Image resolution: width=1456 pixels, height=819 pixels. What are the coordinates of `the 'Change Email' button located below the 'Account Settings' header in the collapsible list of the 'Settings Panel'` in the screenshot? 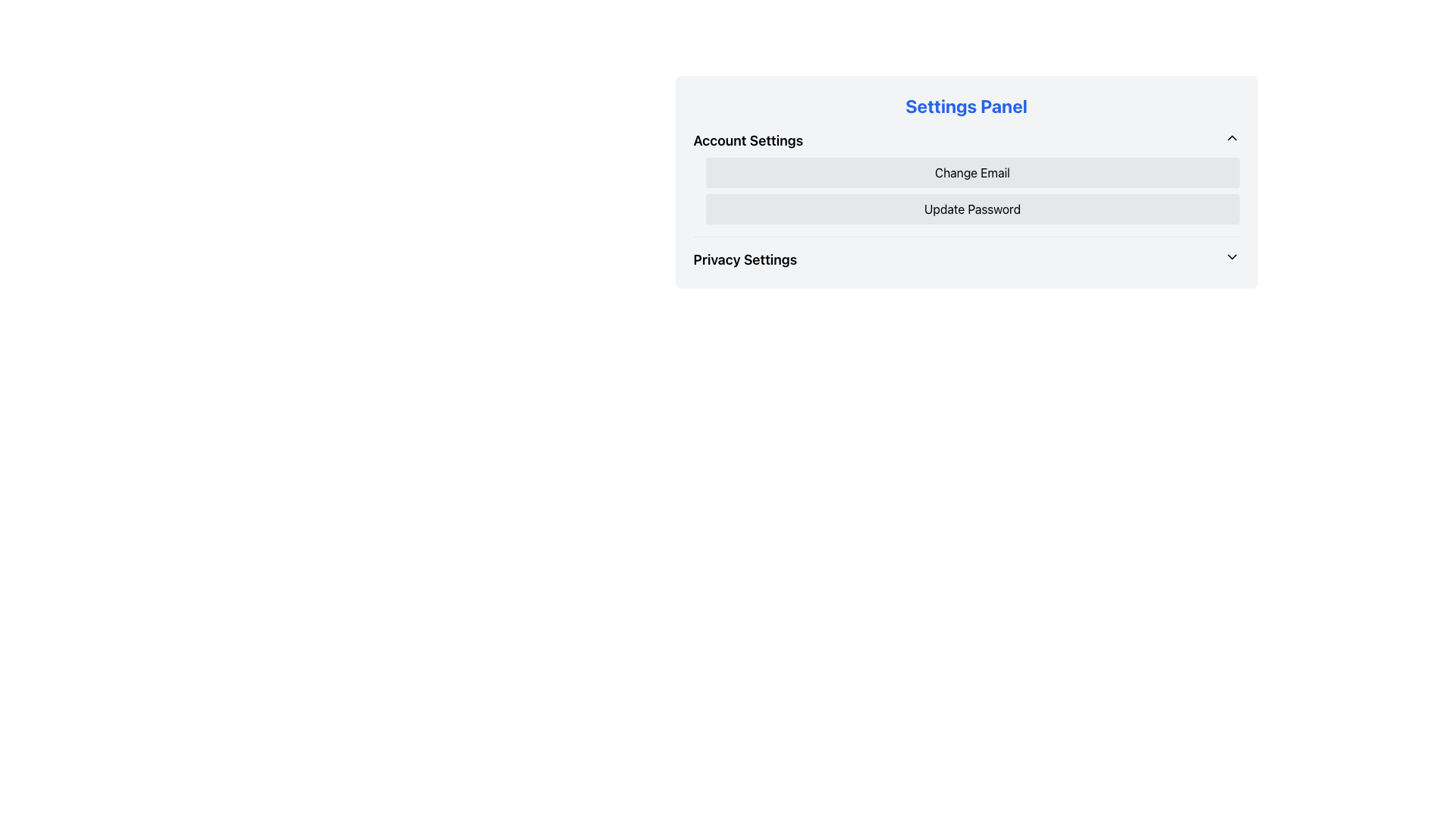 It's located at (965, 183).